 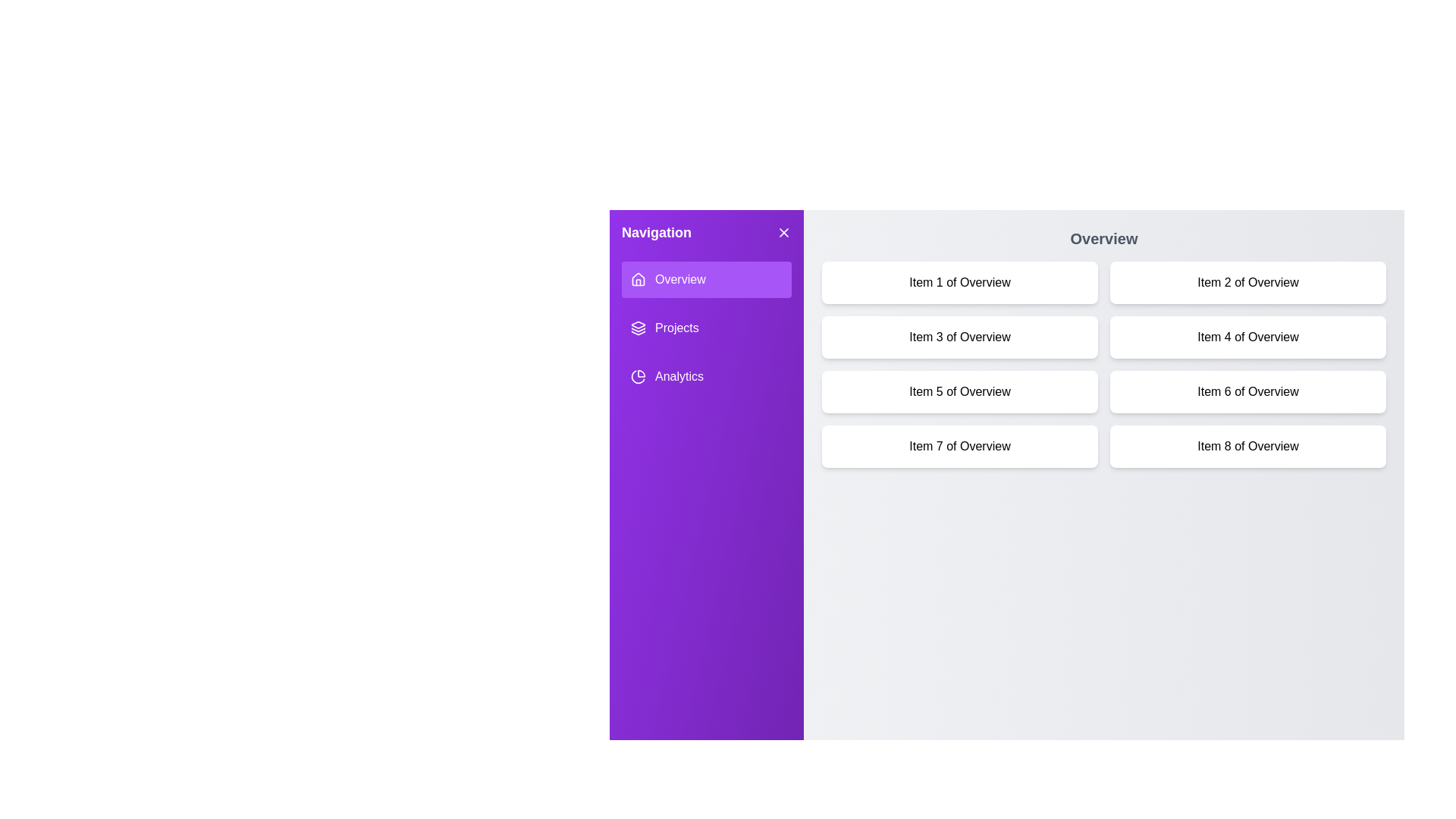 What do you see at coordinates (705, 280) in the screenshot?
I see `the navigation tab Overview` at bounding box center [705, 280].